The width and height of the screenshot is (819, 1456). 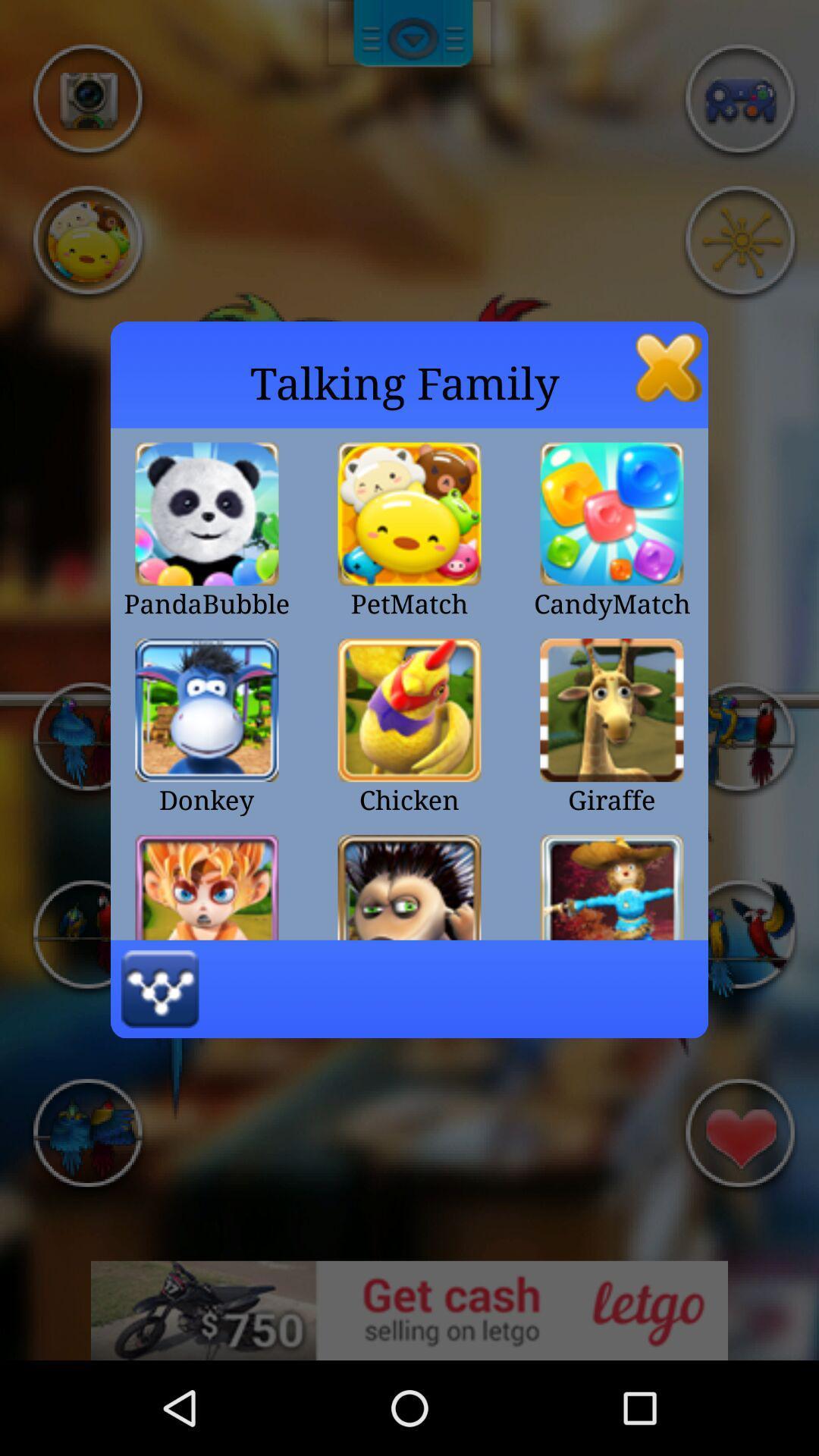 What do you see at coordinates (668, 367) in the screenshot?
I see `item to the right of the talking family app` at bounding box center [668, 367].